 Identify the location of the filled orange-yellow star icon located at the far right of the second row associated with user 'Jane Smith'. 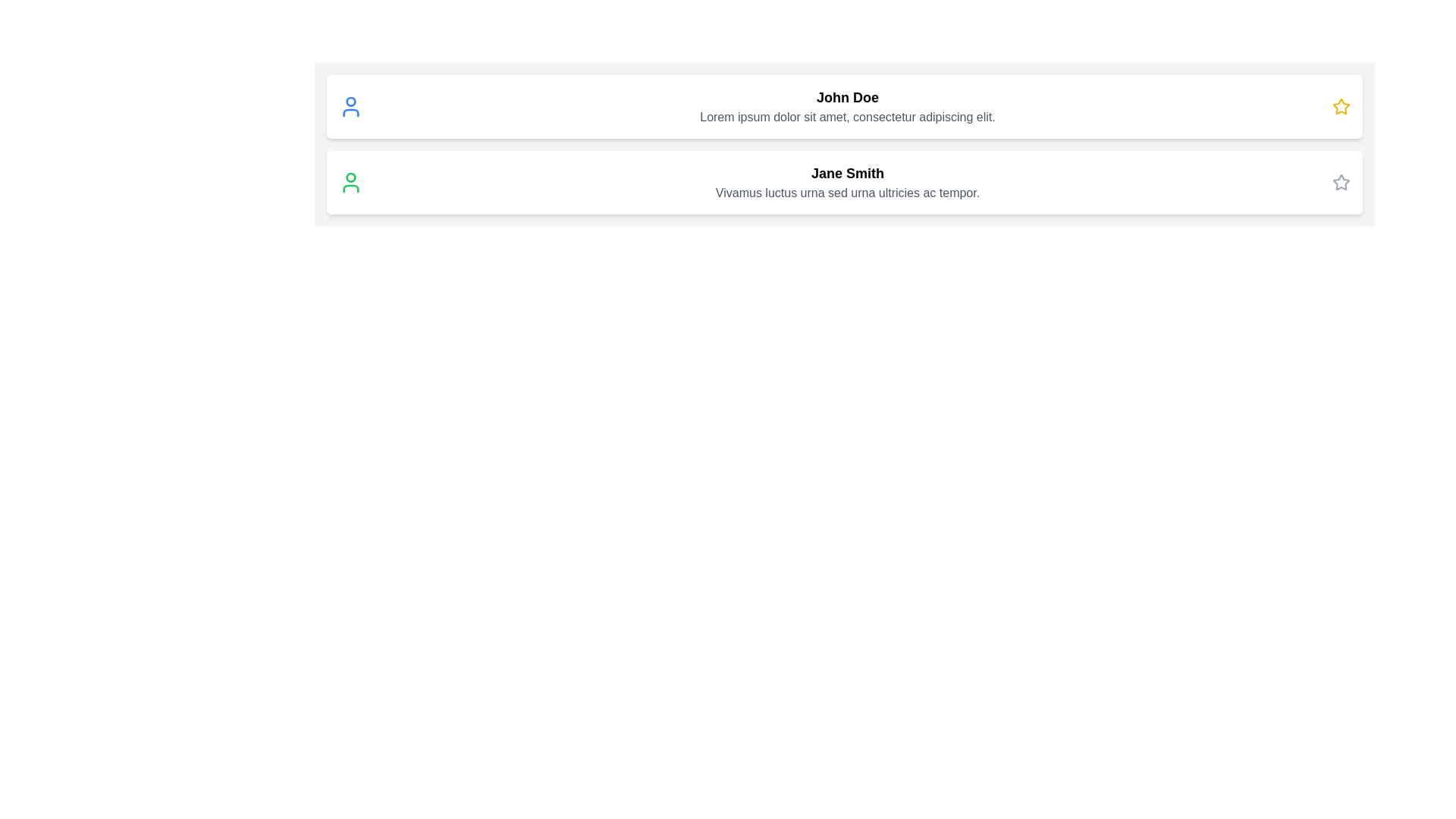
(1340, 105).